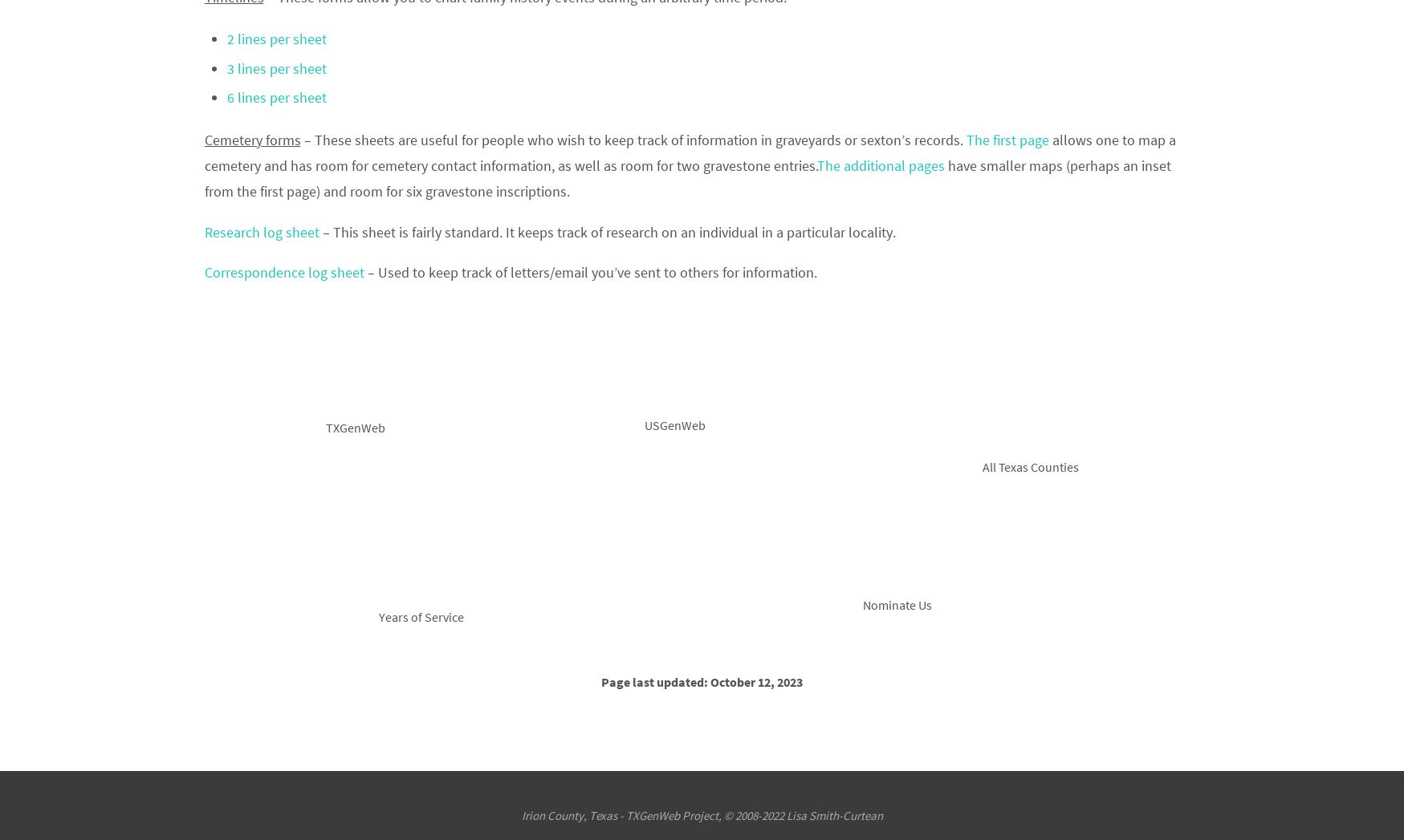  I want to click on 'Page last updated: October 12, 2023', so click(600, 681).